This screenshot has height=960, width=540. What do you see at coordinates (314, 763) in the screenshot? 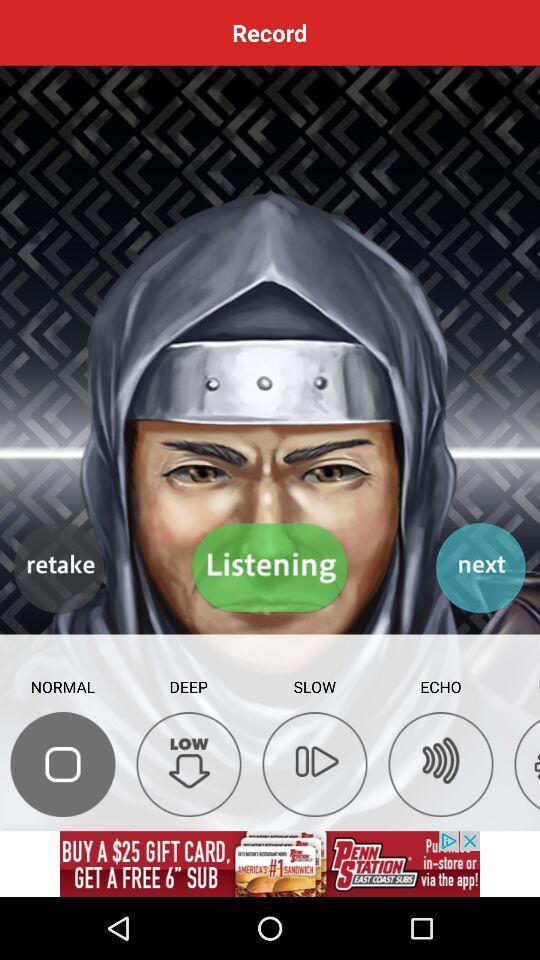
I see `paly` at bounding box center [314, 763].